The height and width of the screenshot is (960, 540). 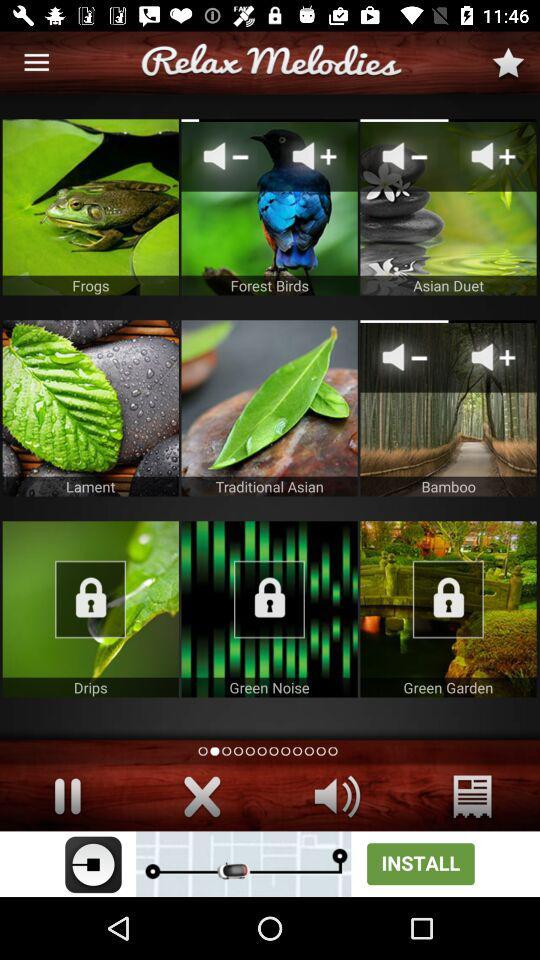 I want to click on leaf image, so click(x=89, y=407).